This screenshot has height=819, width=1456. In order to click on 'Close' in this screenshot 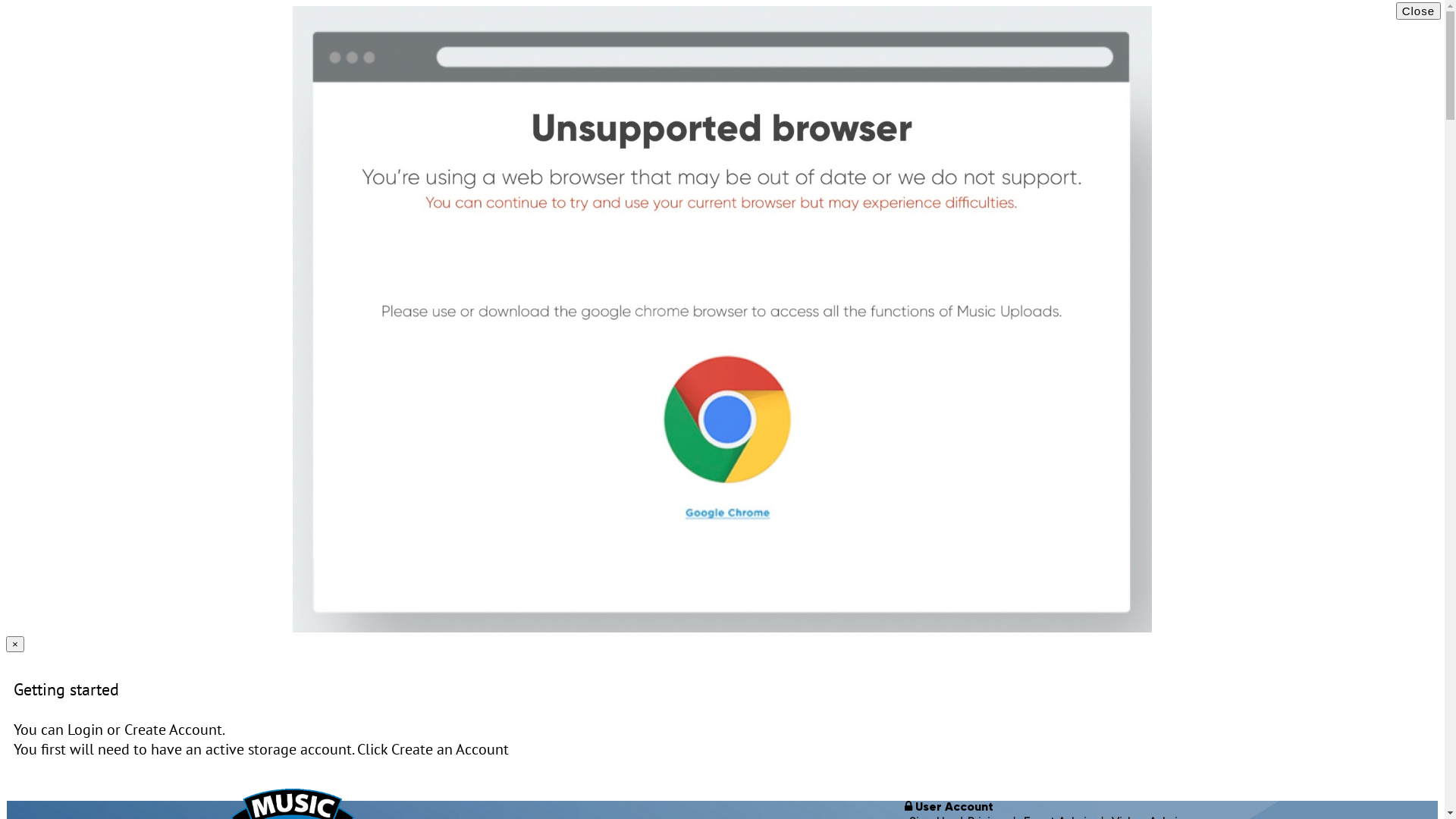, I will do `click(1417, 11)`.